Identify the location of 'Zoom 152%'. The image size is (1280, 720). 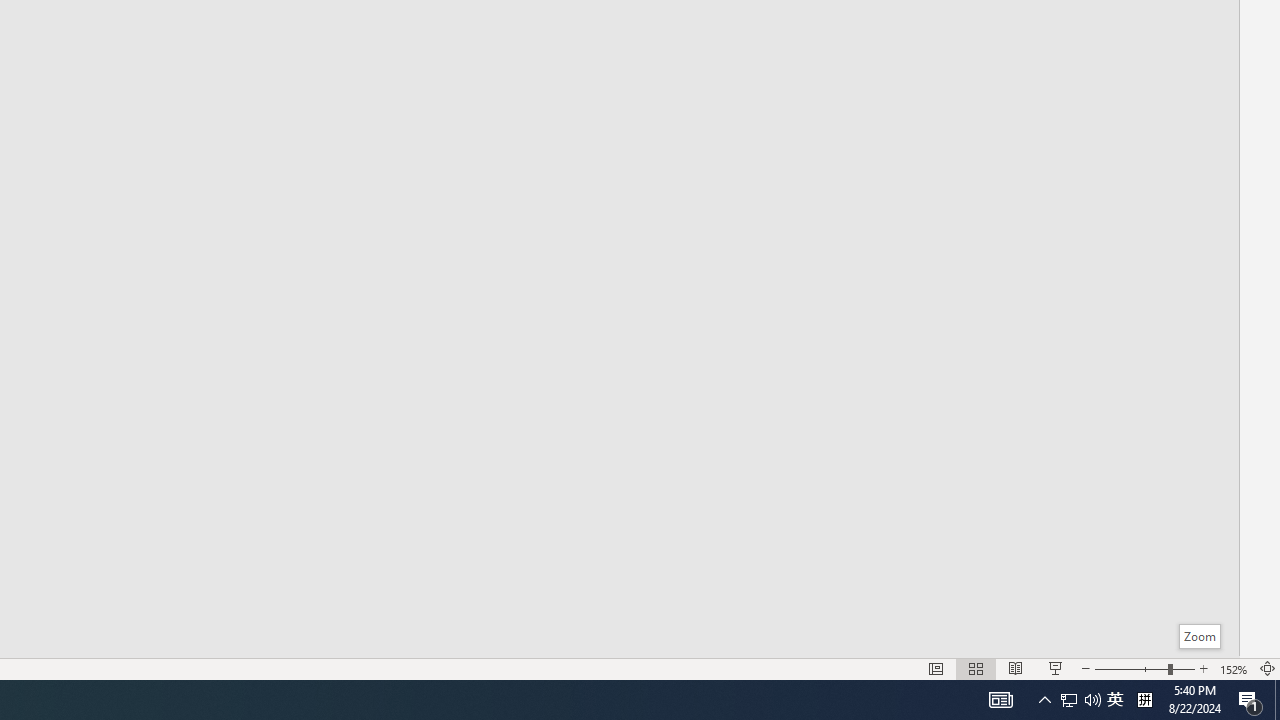
(1233, 669).